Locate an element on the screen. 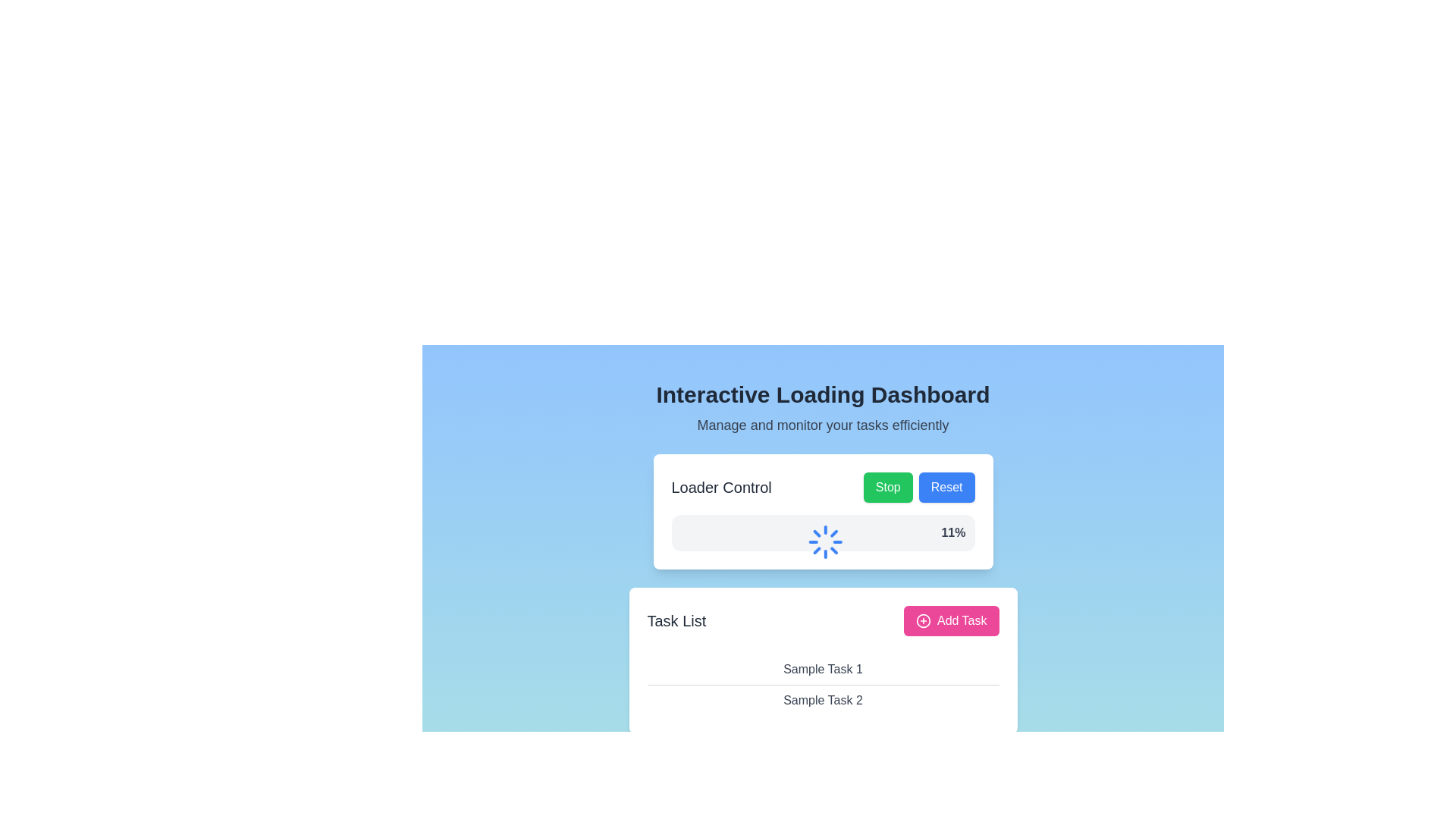 The image size is (1456, 819). the Text Header element that labels the 'Task List Add Task' section, positioned to the left of the 'Add Task' button is located at coordinates (676, 620).